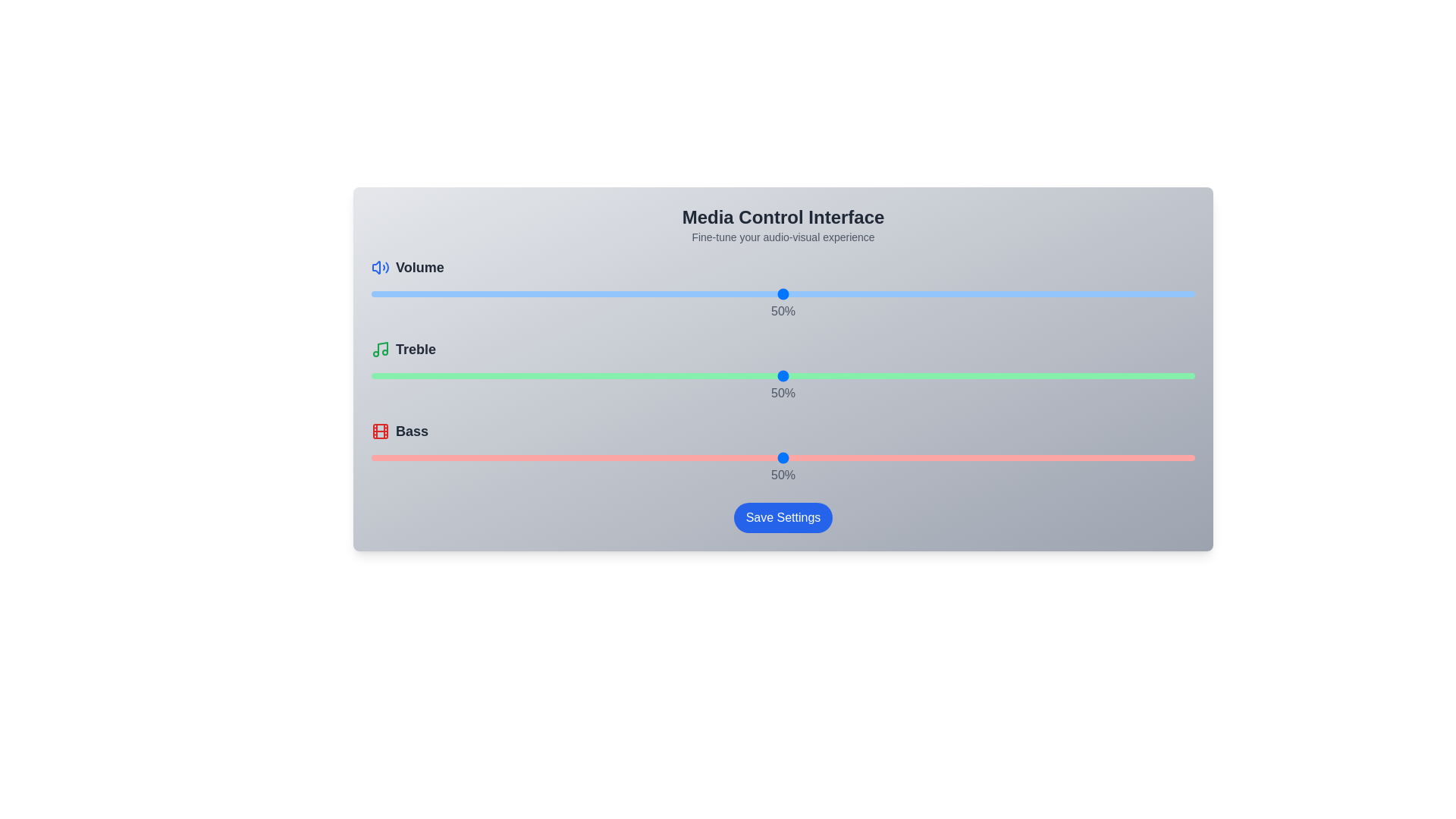  I want to click on text from the title and subtitle Text block located at the top center of the interface, which describes the functionalities offered, so click(783, 225).